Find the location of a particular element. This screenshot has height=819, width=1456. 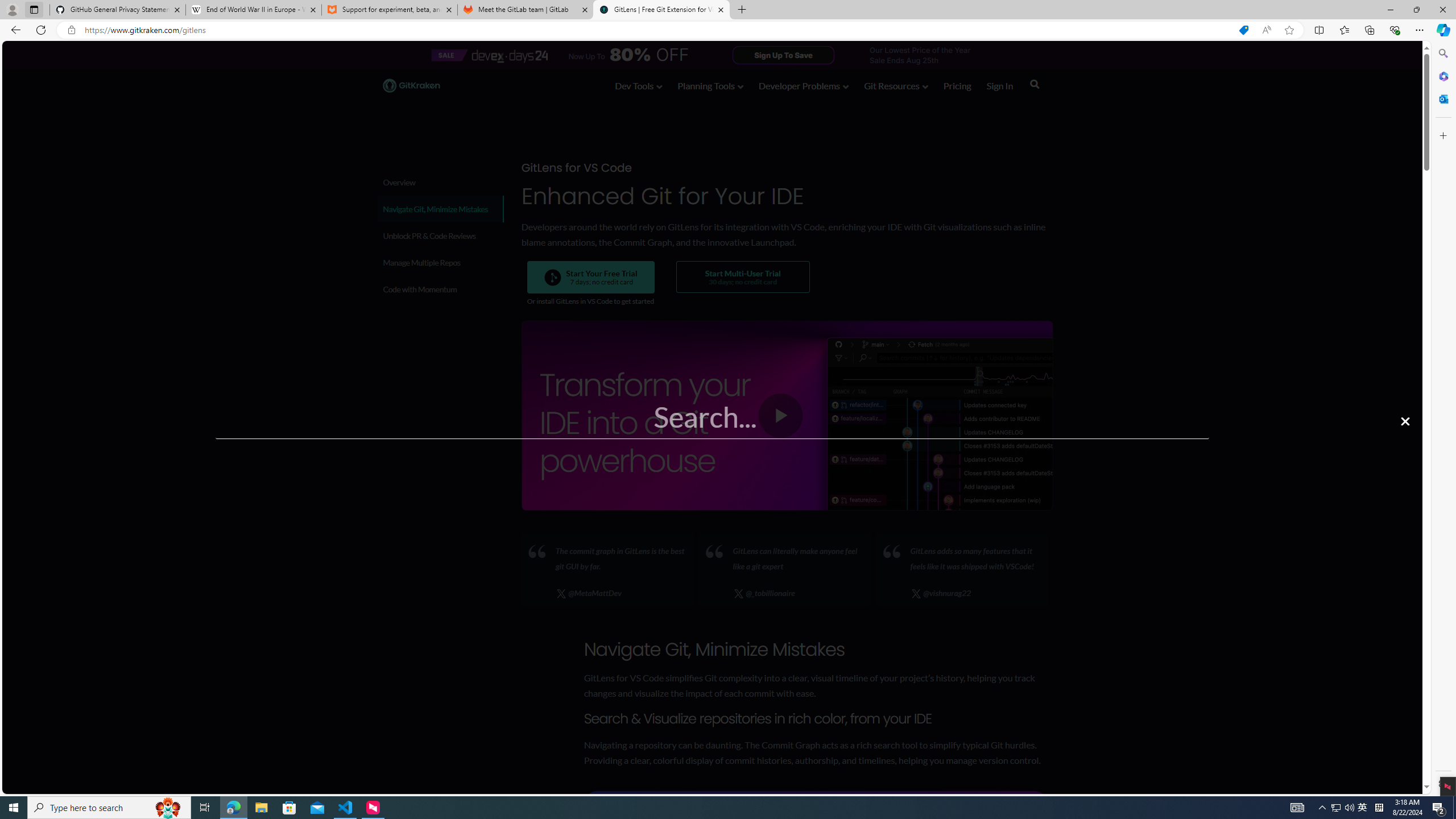

'End of World War II in Europe - Wikipedia' is located at coordinates (253, 9).